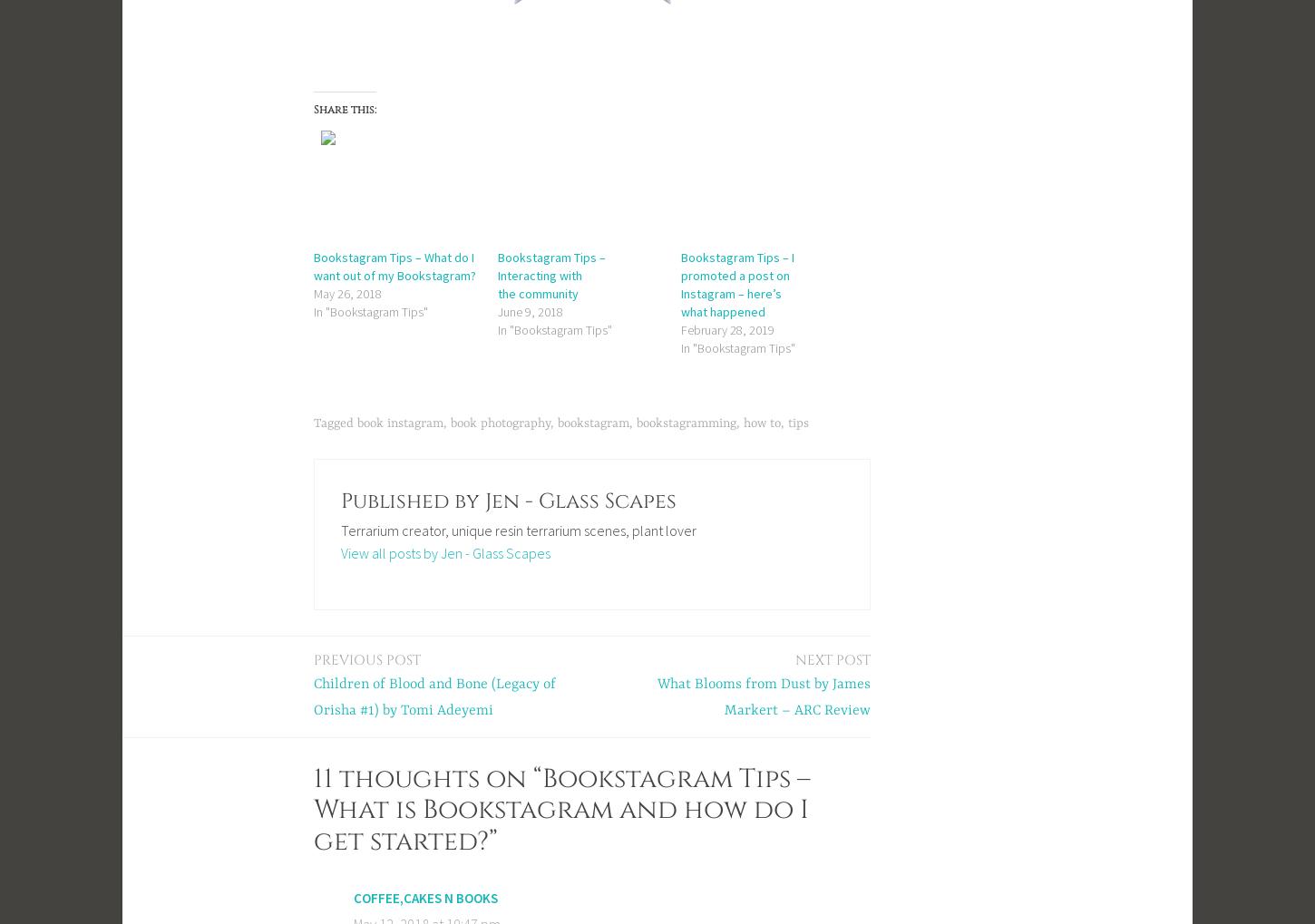  What do you see at coordinates (501, 423) in the screenshot?
I see `'book photography'` at bounding box center [501, 423].